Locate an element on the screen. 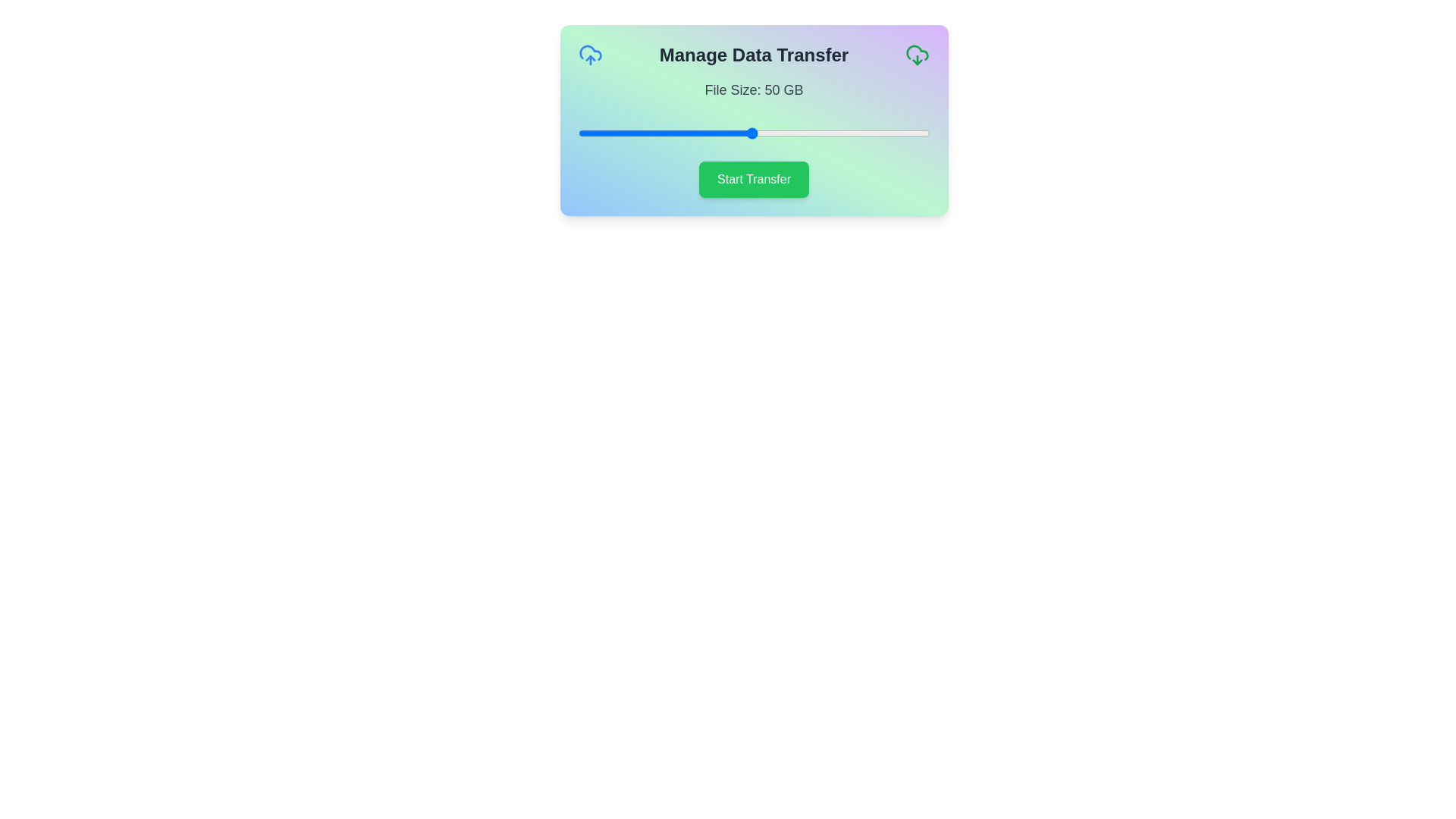 This screenshot has width=1456, height=819. the slider to set the file size to 37 GB is located at coordinates (705, 133).